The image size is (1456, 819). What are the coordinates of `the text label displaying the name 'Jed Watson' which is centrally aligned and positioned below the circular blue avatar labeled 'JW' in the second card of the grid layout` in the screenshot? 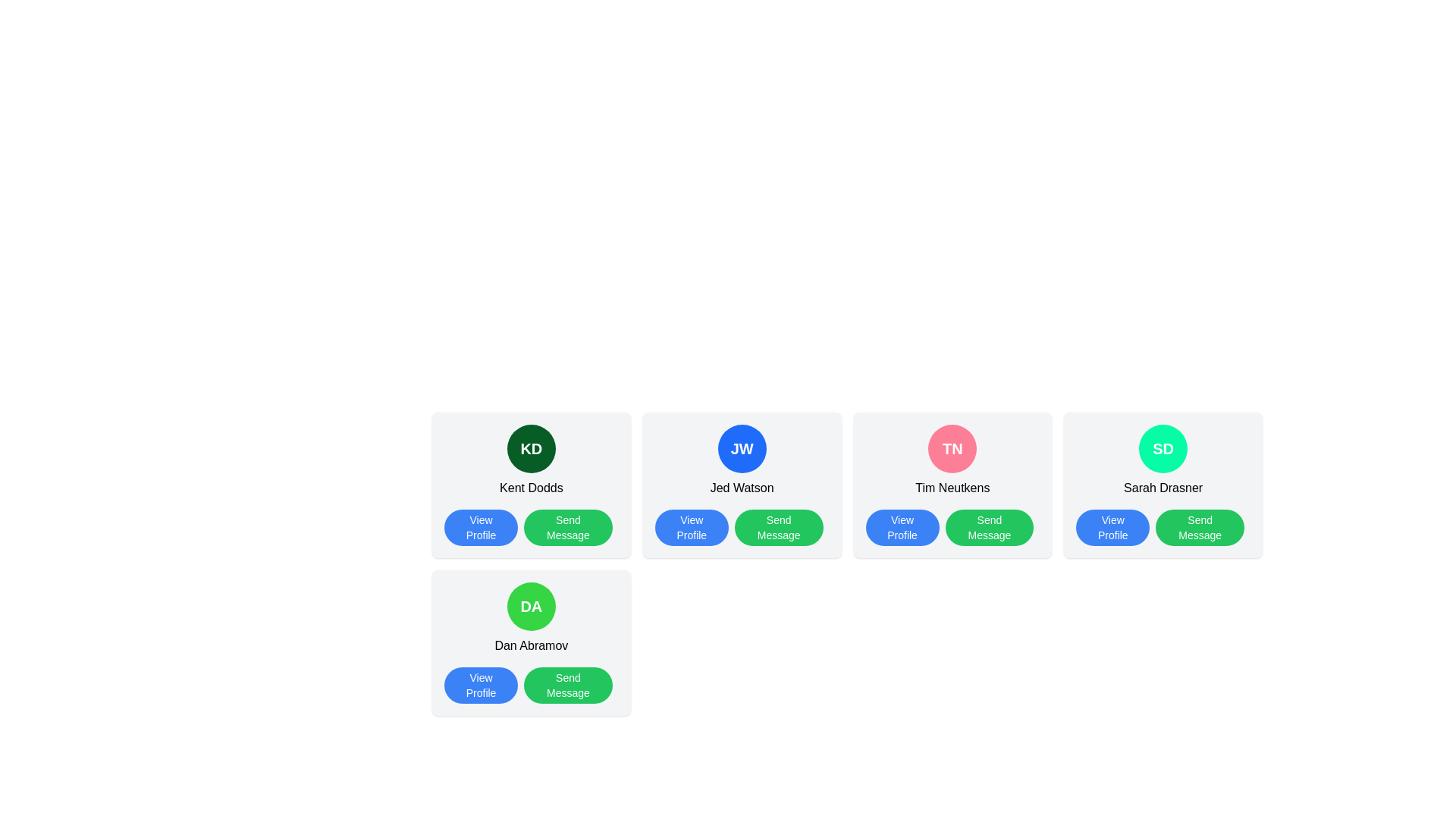 It's located at (742, 488).